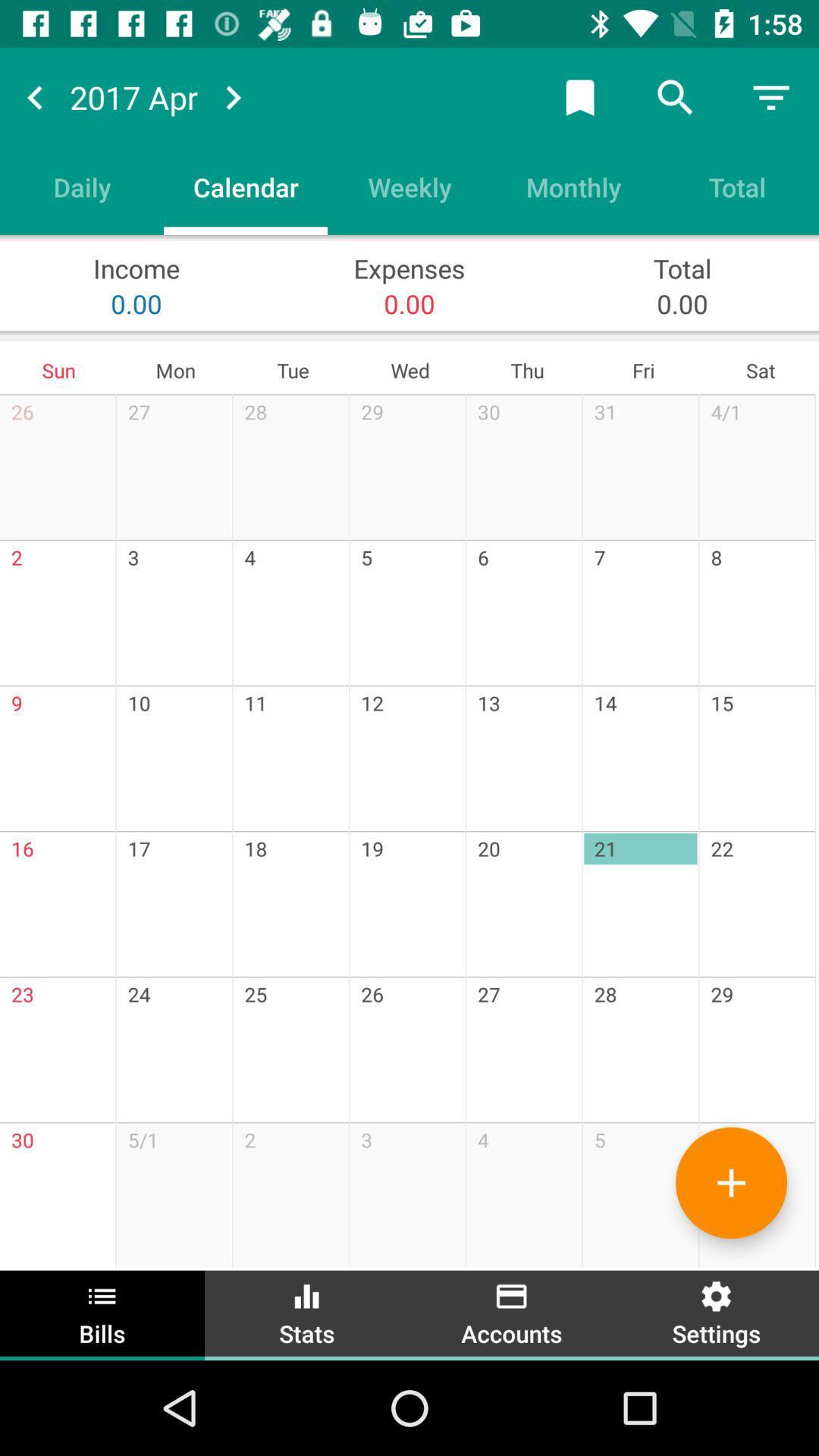 This screenshot has width=819, height=1456. What do you see at coordinates (573, 186) in the screenshot?
I see `the item next to the weekly icon` at bounding box center [573, 186].